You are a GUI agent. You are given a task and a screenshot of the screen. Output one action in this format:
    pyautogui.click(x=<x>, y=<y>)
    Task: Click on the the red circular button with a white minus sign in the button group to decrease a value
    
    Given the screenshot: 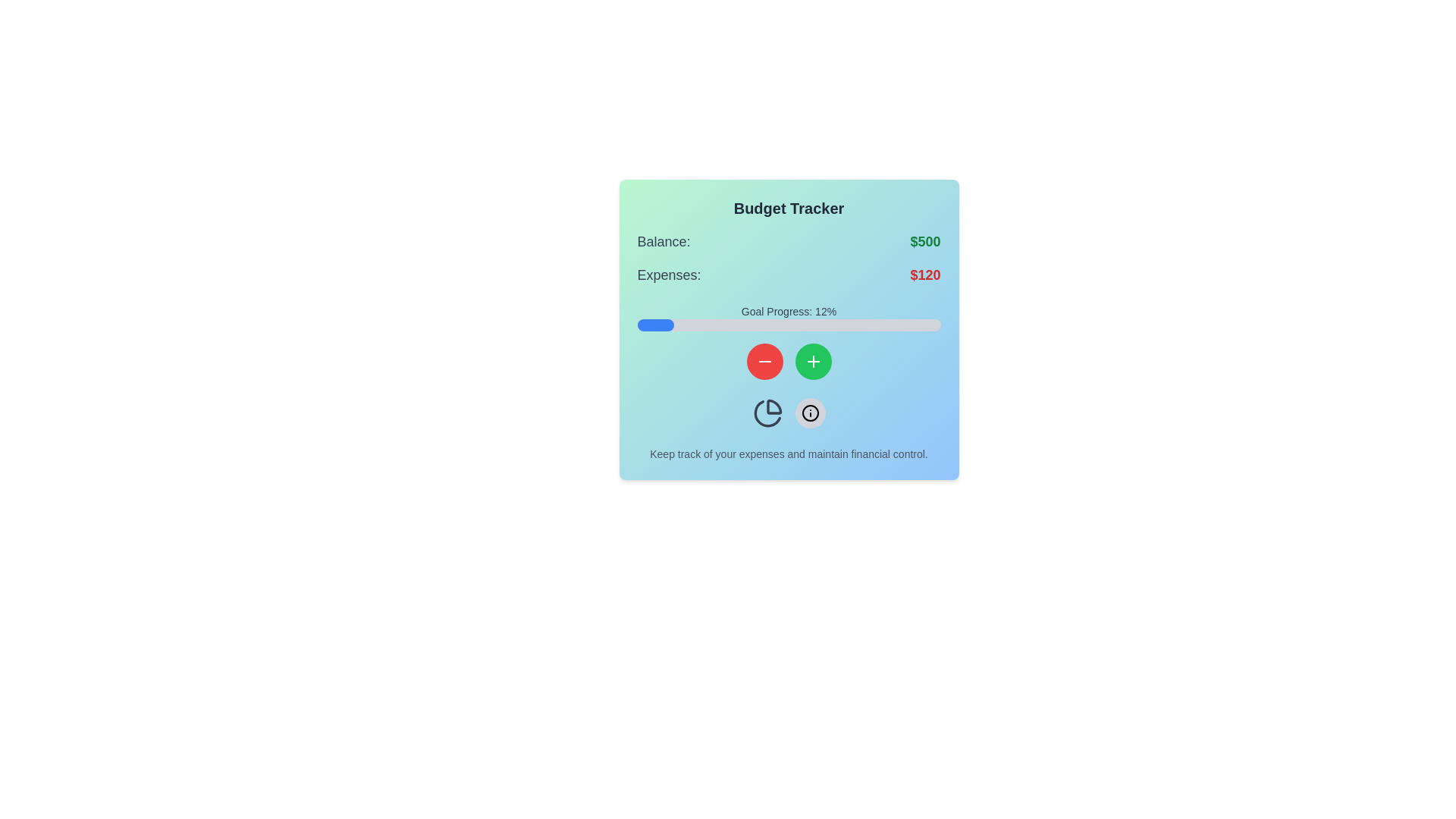 What is the action you would take?
    pyautogui.click(x=789, y=362)
    